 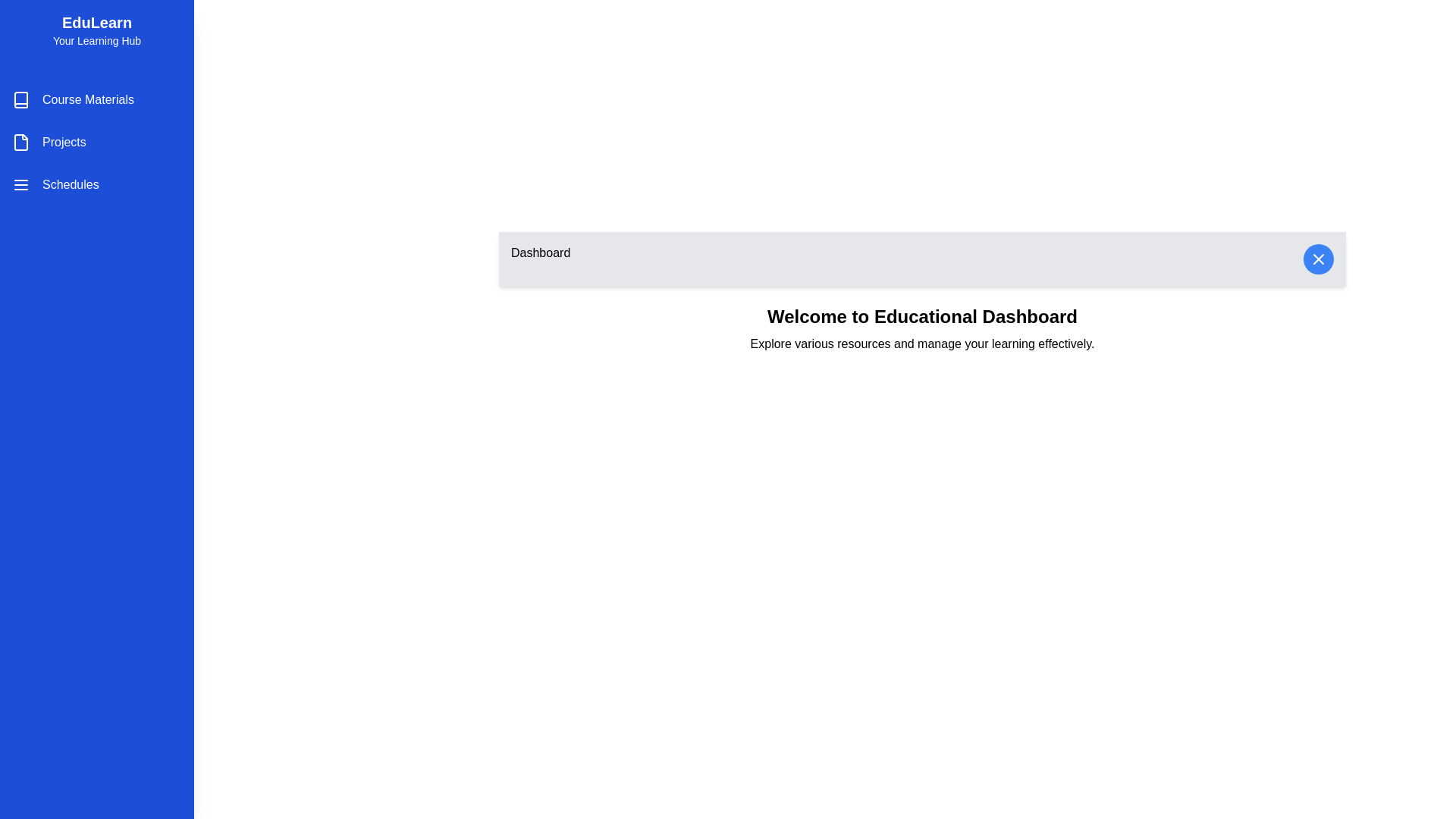 What do you see at coordinates (21, 143) in the screenshot?
I see `the outlined document icon located in the sidebar menu, which is positioned to the left of the 'Projects' text label` at bounding box center [21, 143].